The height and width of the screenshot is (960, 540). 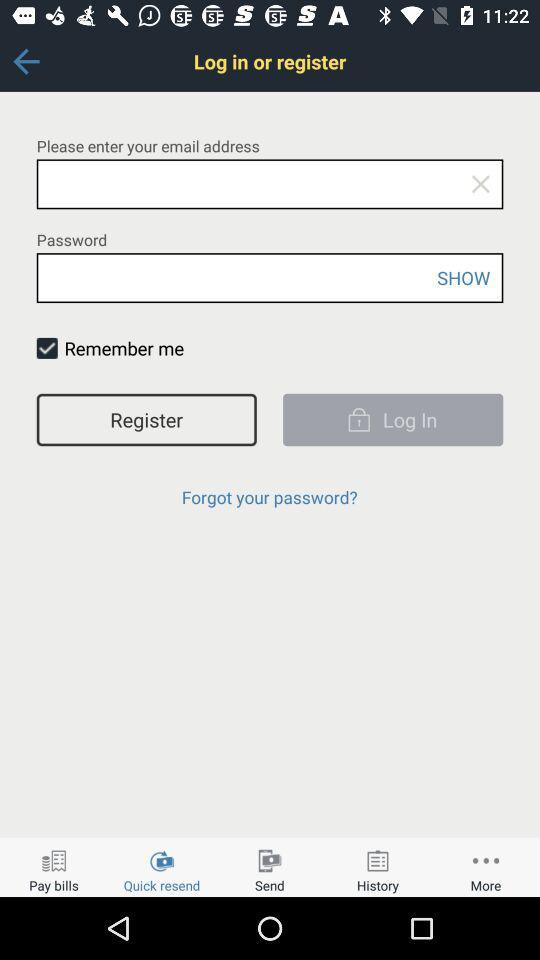 I want to click on the icon above the password icon, so click(x=479, y=184).